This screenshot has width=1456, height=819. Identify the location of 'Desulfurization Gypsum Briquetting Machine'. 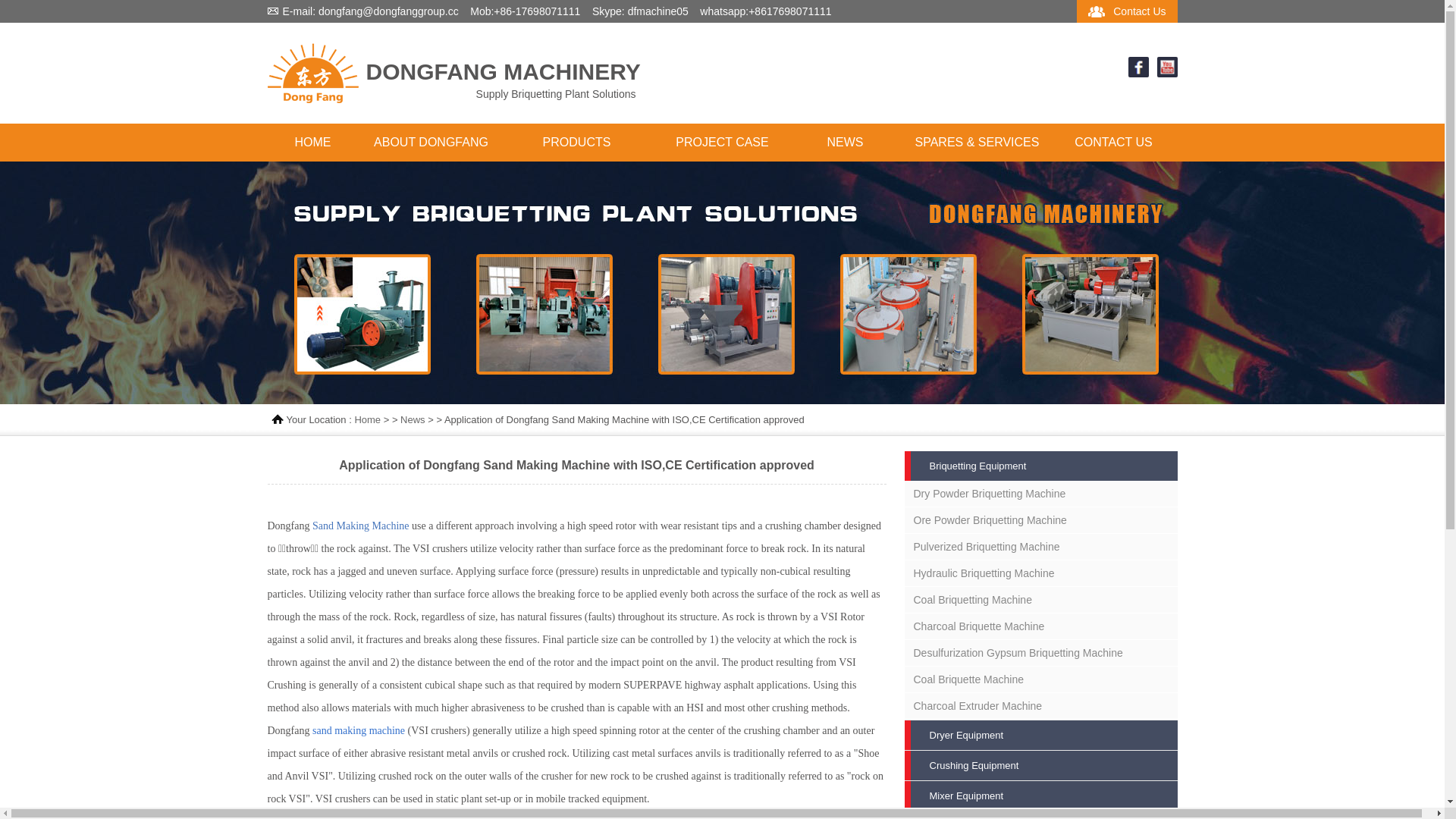
(1040, 651).